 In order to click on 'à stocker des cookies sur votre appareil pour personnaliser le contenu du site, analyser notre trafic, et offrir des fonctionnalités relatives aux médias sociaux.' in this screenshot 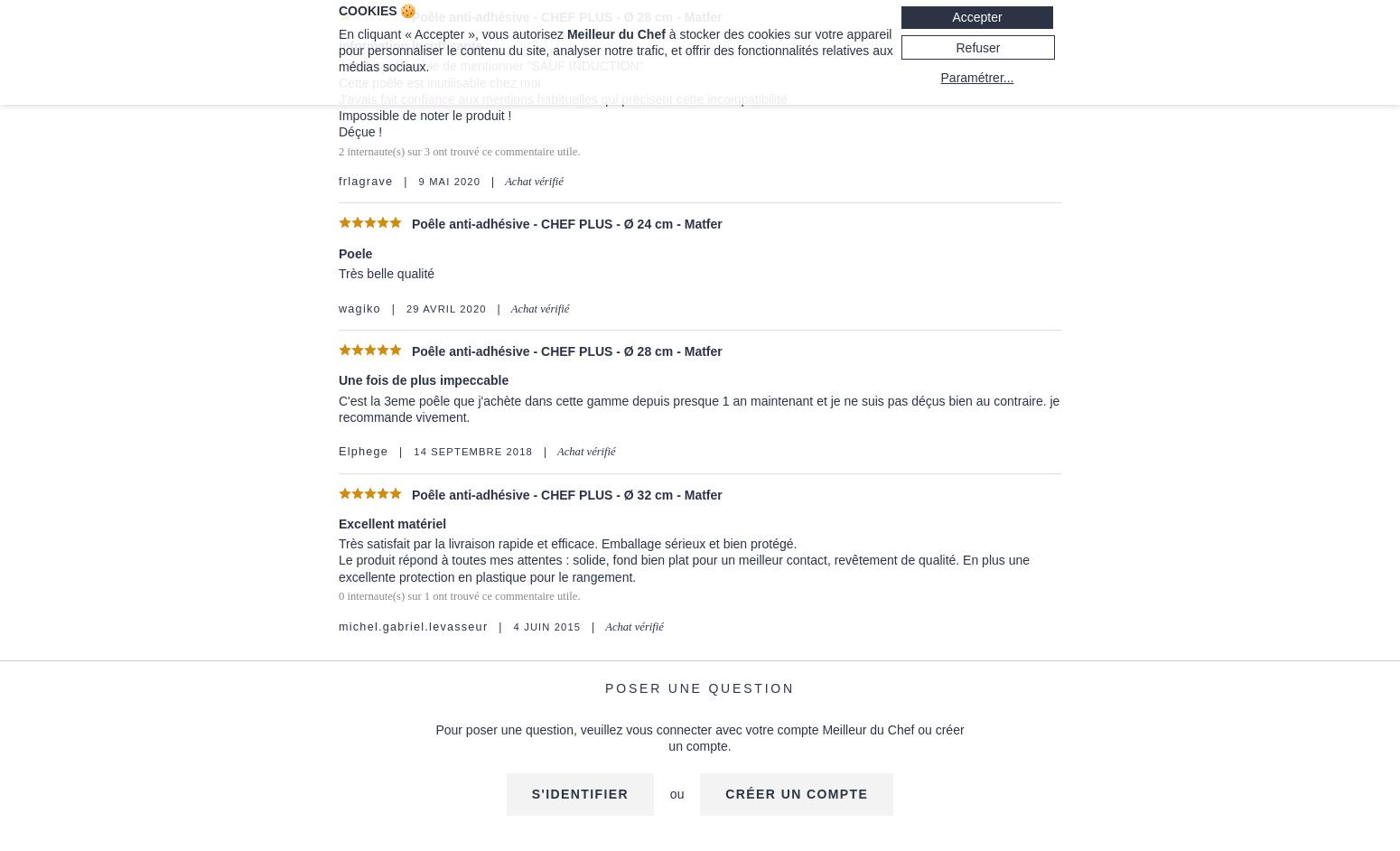, I will do `click(614, 49)`.